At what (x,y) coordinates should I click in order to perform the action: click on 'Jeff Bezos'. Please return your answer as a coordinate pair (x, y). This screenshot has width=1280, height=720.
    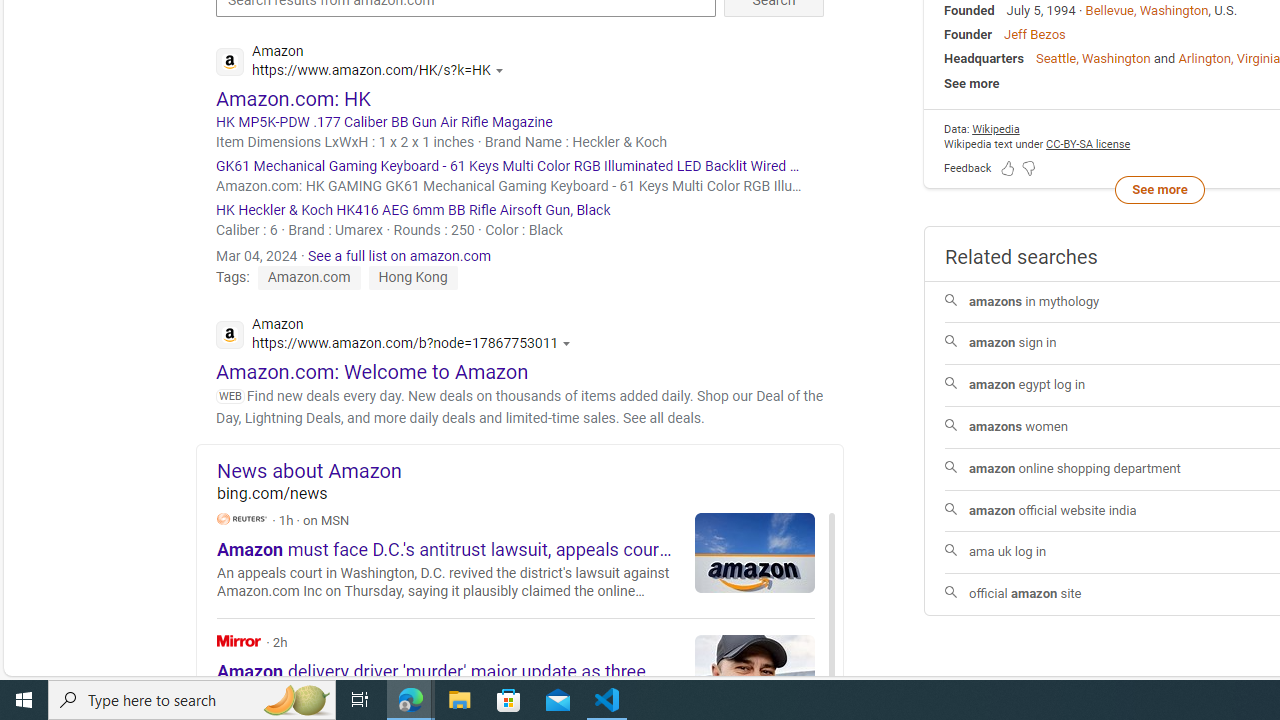
    Looking at the image, I should click on (1034, 34).